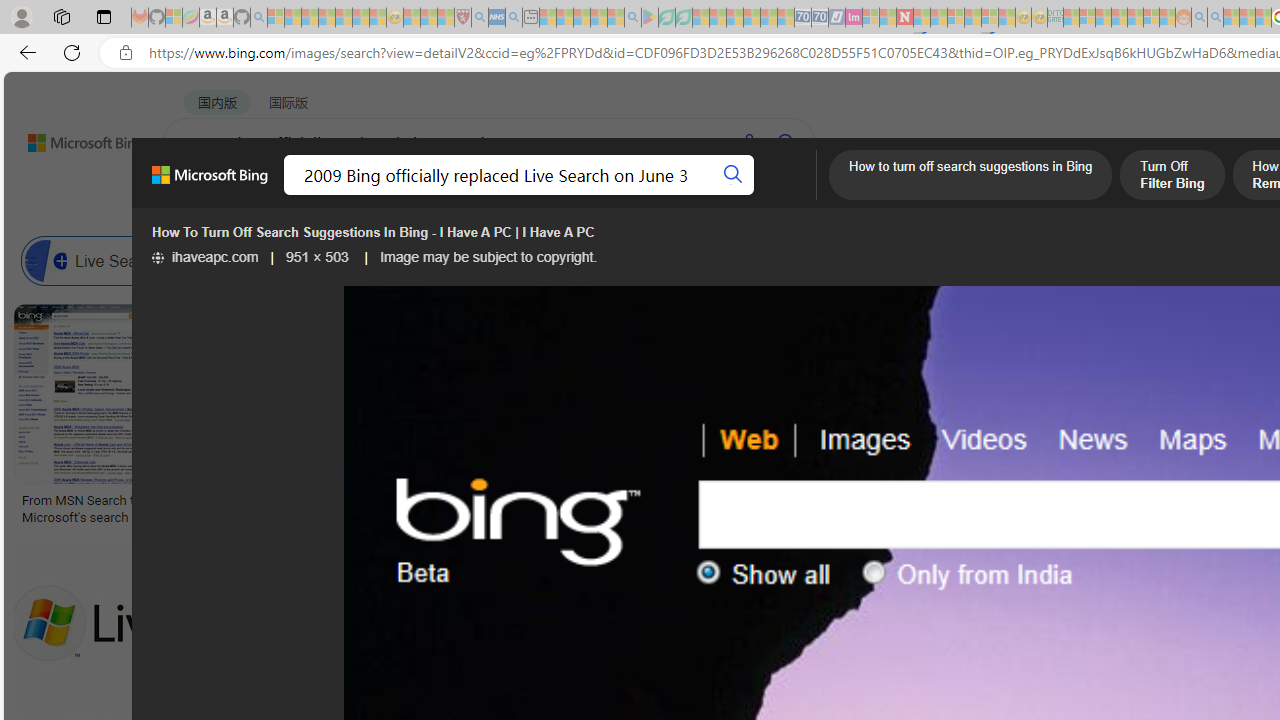  What do you see at coordinates (666, 17) in the screenshot?
I see `'Terms of Use Agreement - Sleeping'` at bounding box center [666, 17].